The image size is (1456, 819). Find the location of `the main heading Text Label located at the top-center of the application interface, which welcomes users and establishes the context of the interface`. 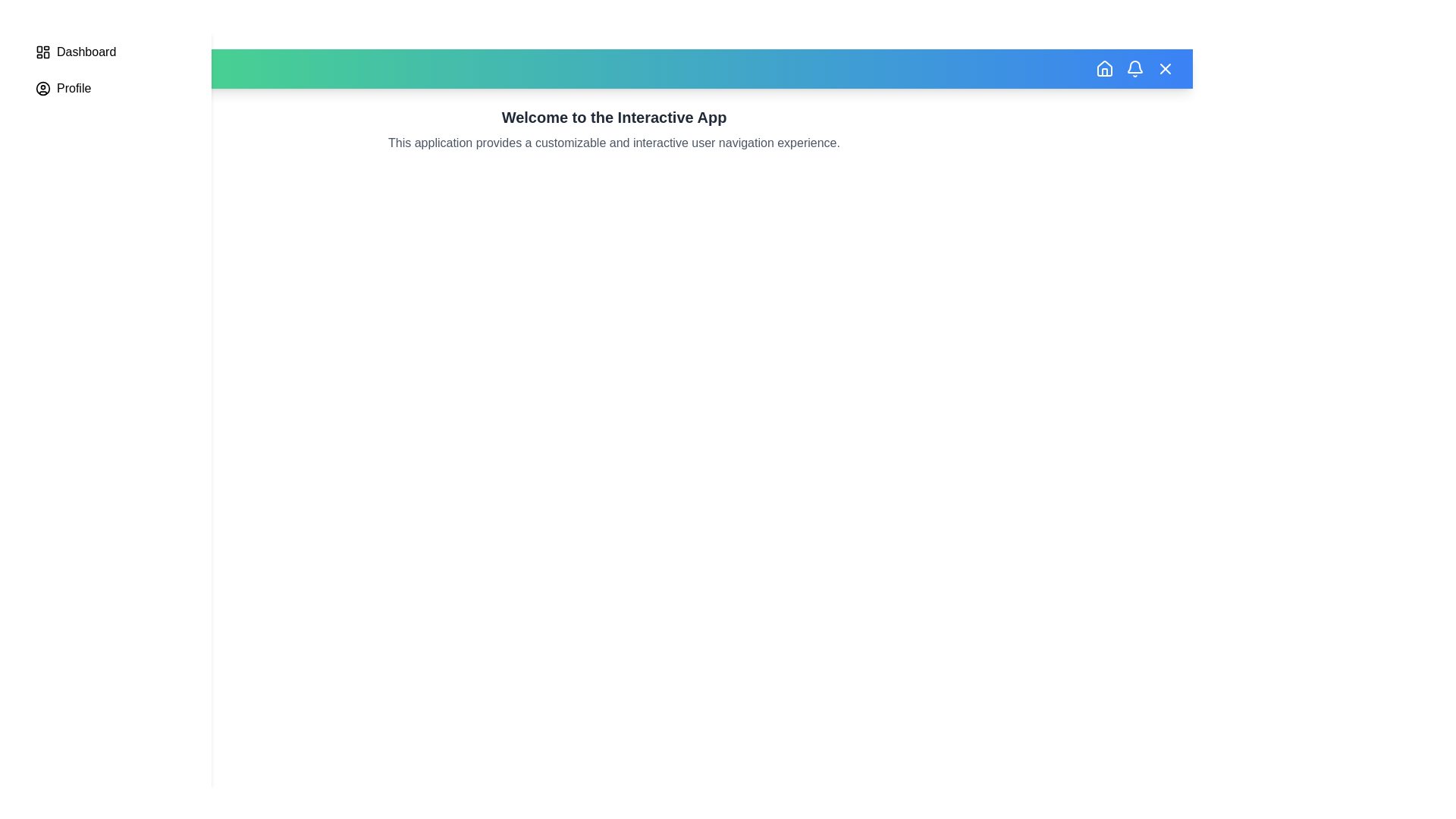

the main heading Text Label located at the top-center of the application interface, which welcomes users and establishes the context of the interface is located at coordinates (614, 116).